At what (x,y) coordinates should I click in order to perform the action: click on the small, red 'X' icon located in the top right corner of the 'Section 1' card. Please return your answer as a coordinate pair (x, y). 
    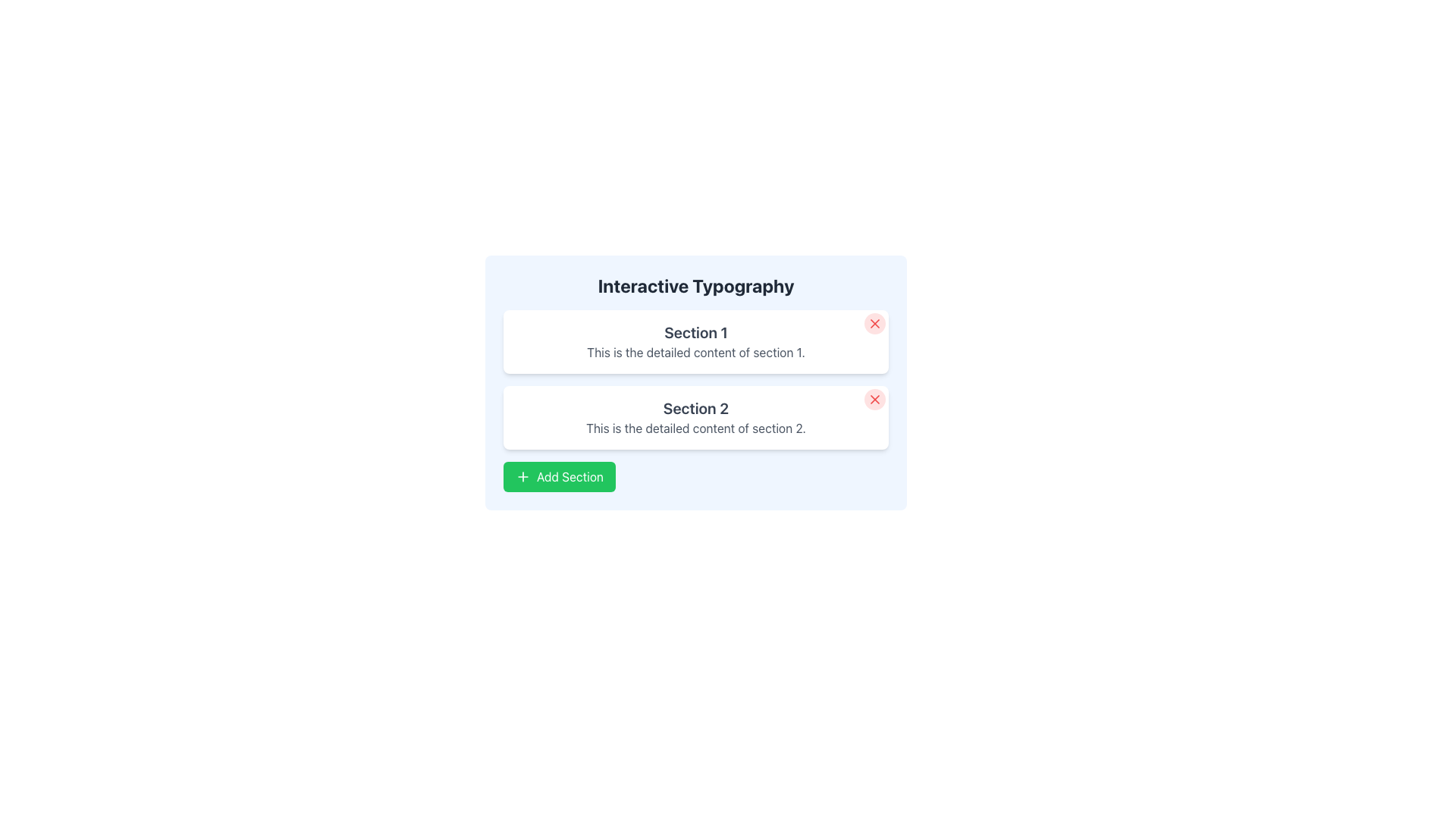
    Looking at the image, I should click on (874, 323).